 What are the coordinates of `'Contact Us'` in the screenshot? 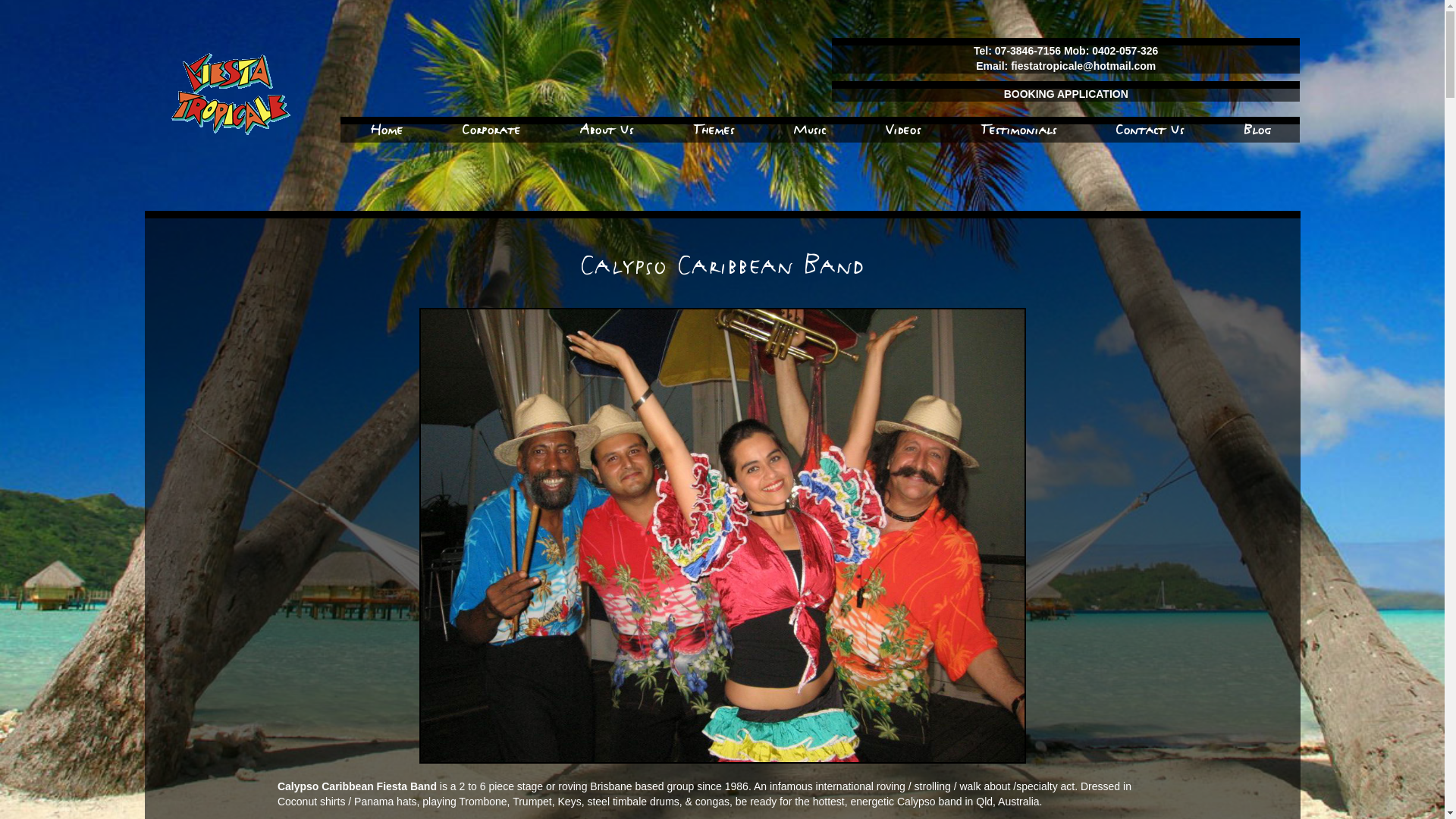 It's located at (1150, 128).